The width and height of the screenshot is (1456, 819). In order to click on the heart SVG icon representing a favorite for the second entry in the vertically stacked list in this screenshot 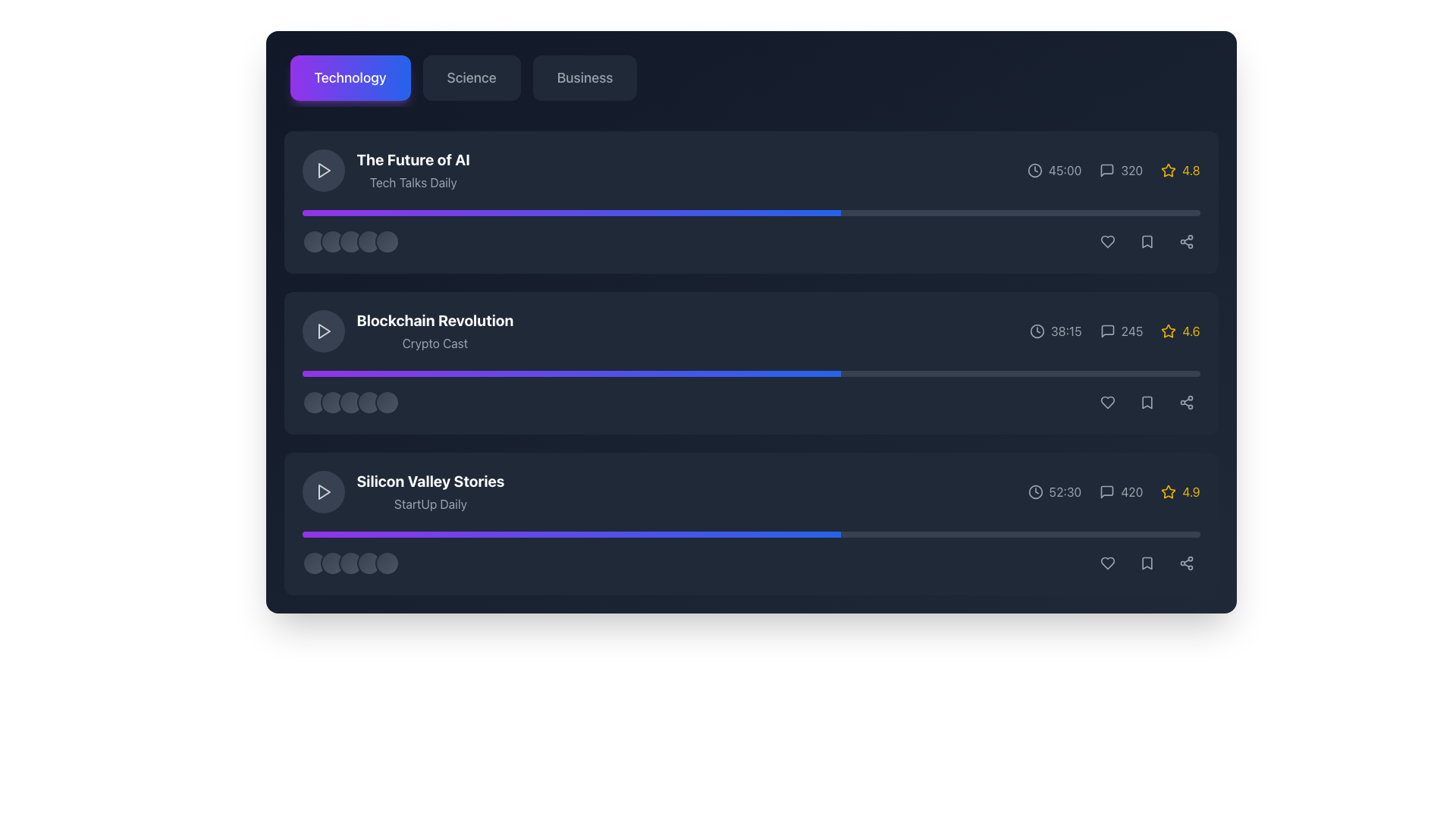, I will do `click(1107, 402)`.